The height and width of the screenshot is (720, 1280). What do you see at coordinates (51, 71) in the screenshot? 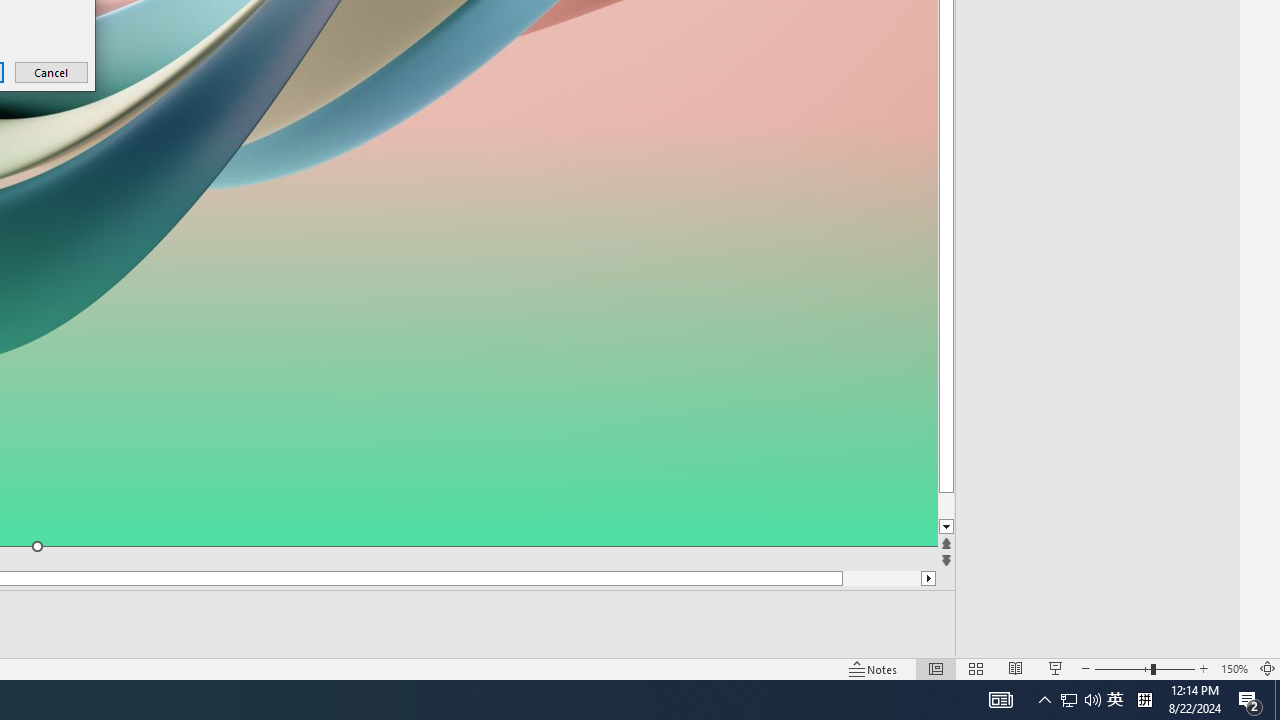
I see `'Cancel'` at bounding box center [51, 71].